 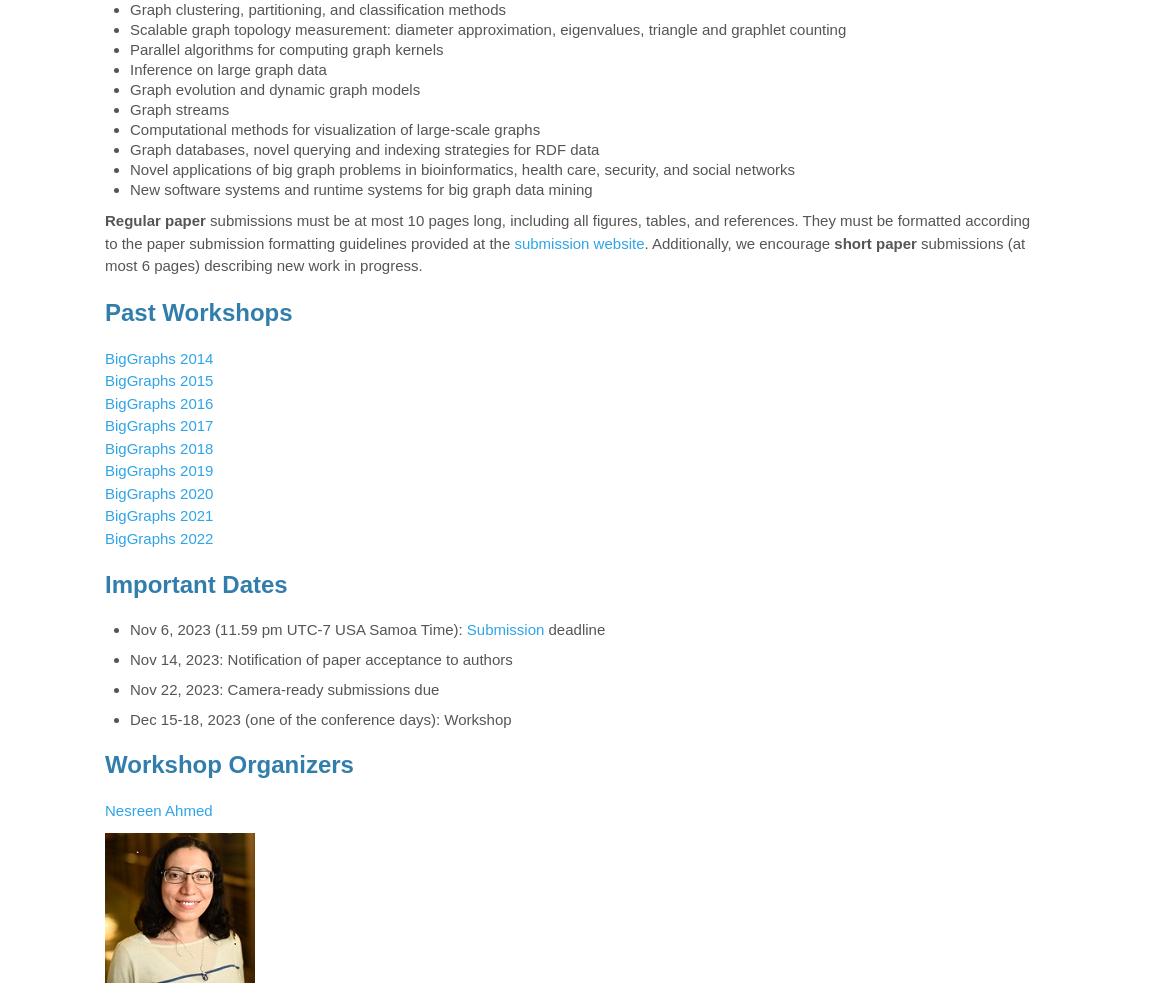 What do you see at coordinates (462, 169) in the screenshot?
I see `'Novel applications of big graph problems in bioinformatics, health care, security, and social networks'` at bounding box center [462, 169].